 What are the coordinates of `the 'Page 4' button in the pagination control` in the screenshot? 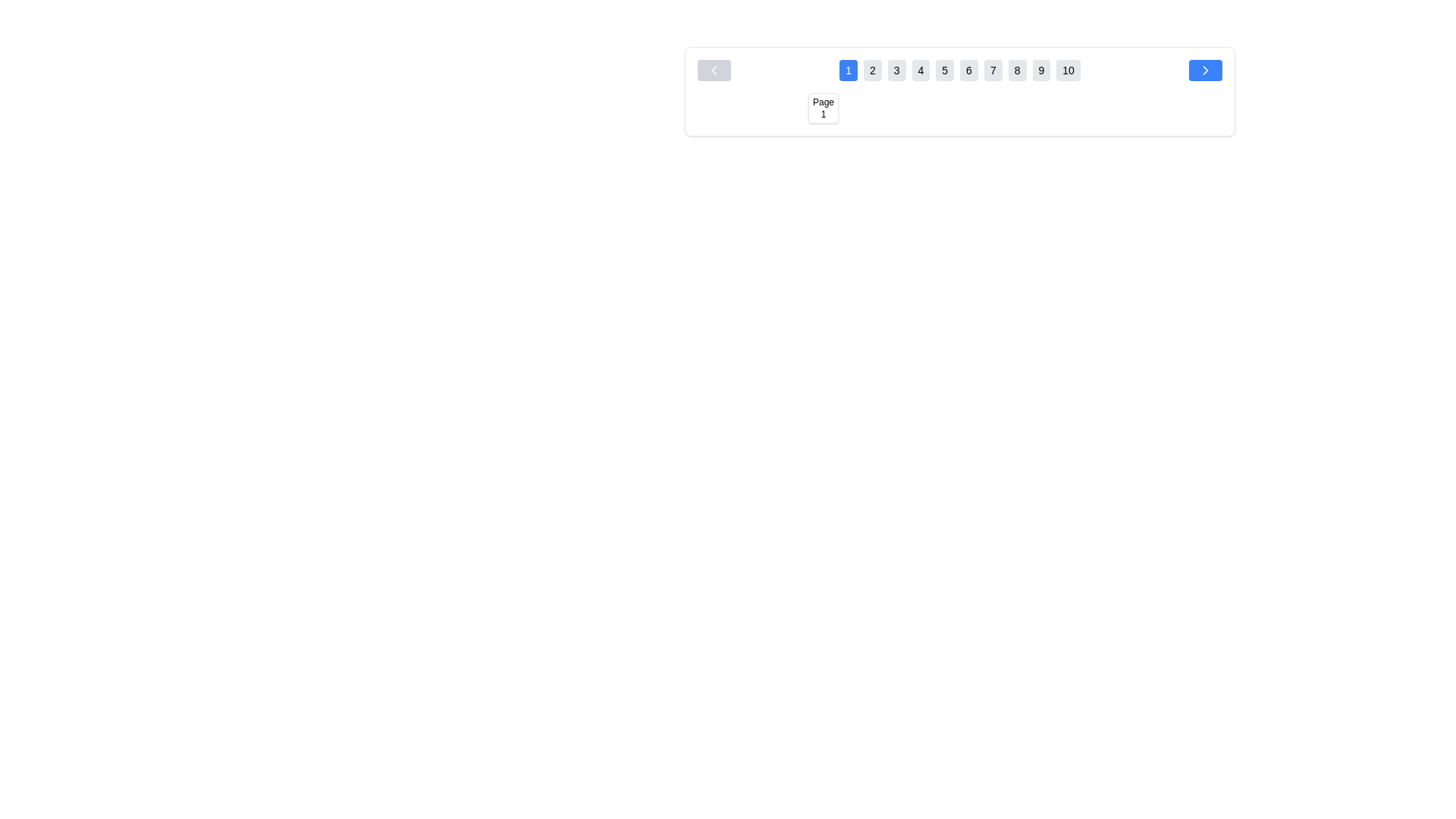 It's located at (913, 107).